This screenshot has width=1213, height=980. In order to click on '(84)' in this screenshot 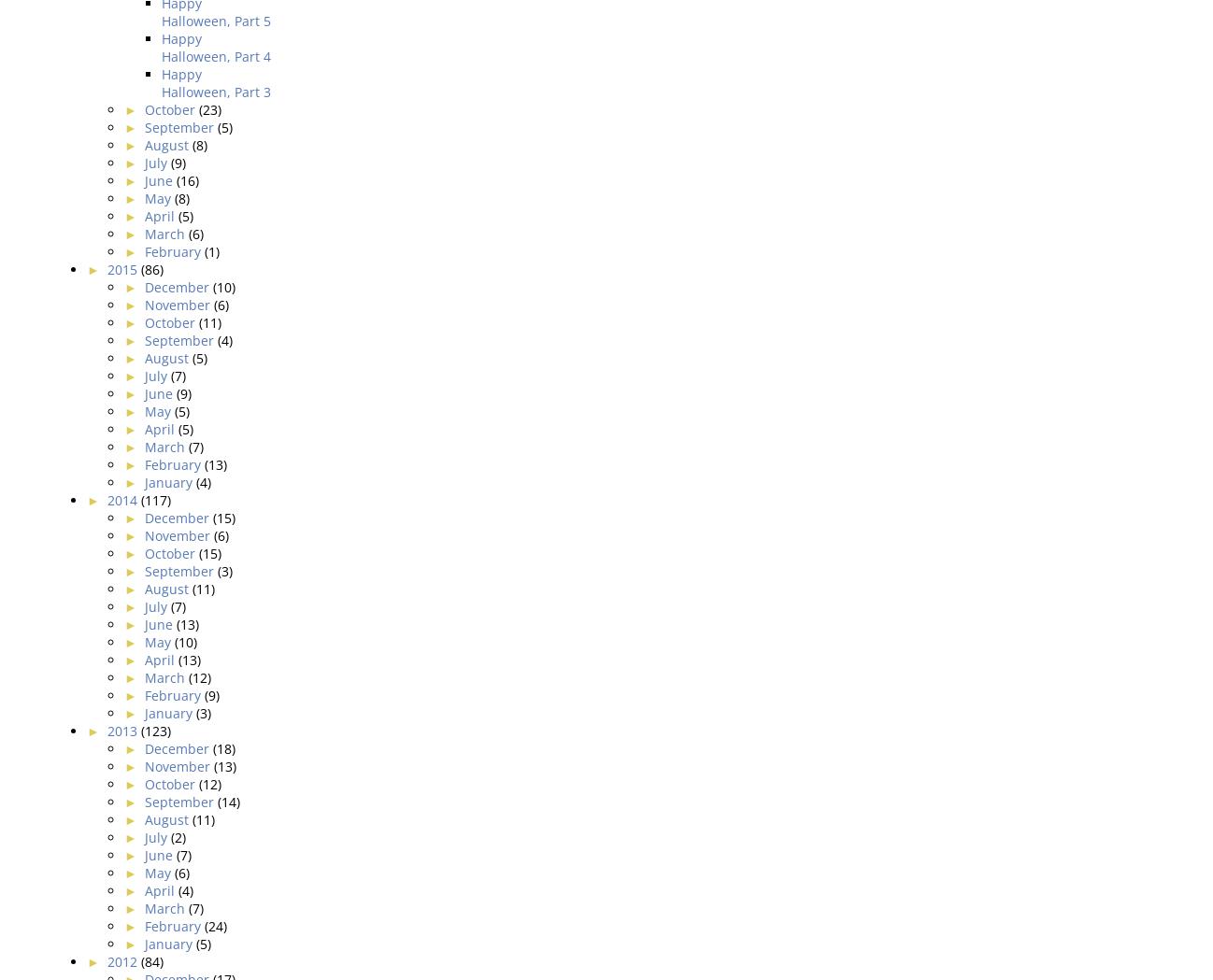, I will do `click(150, 960)`.